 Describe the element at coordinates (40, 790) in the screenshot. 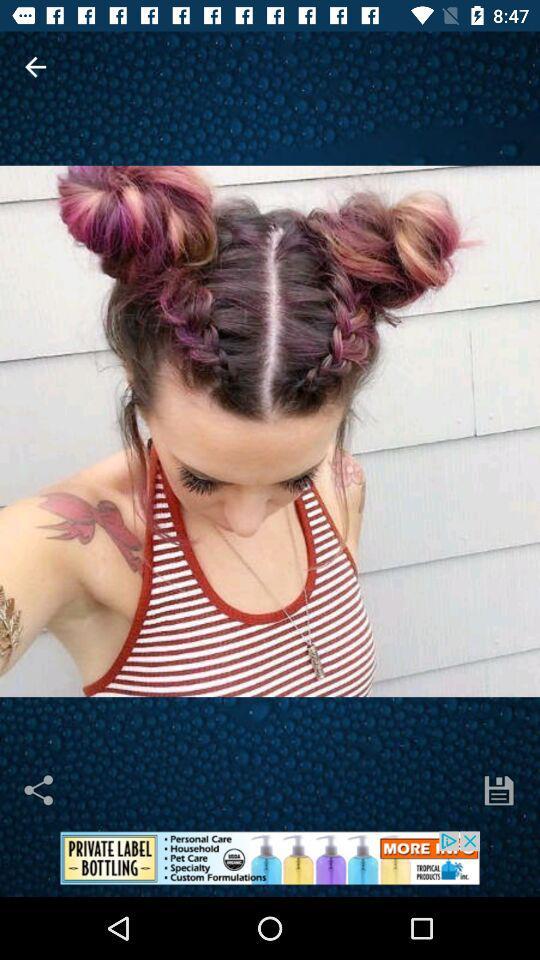

I see `the share icon` at that location.